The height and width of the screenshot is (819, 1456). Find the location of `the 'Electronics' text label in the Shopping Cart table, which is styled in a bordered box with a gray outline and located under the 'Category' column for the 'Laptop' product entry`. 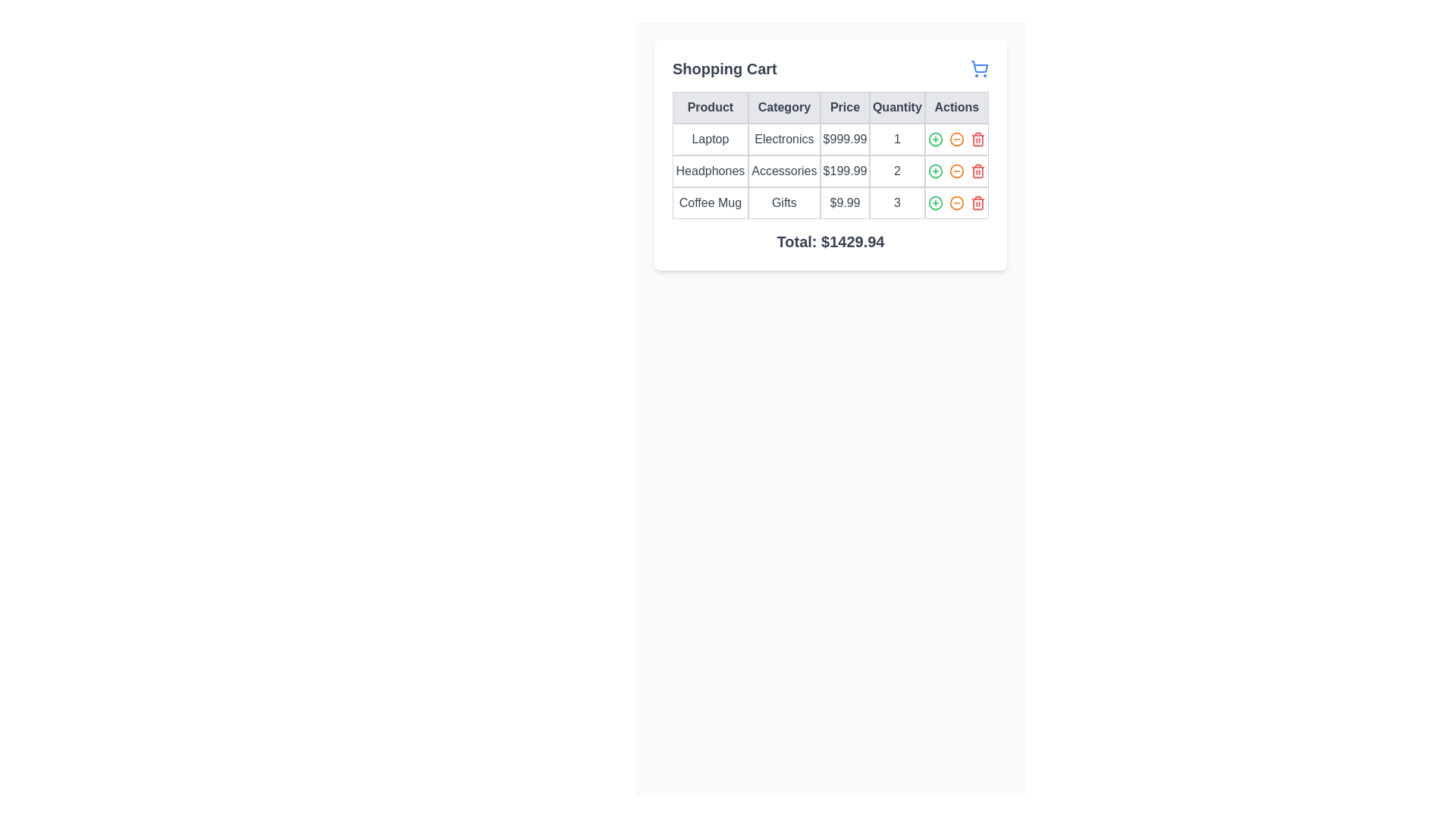

the 'Electronics' text label in the Shopping Cart table, which is styled in a bordered box with a gray outline and located under the 'Category' column for the 'Laptop' product entry is located at coordinates (784, 140).